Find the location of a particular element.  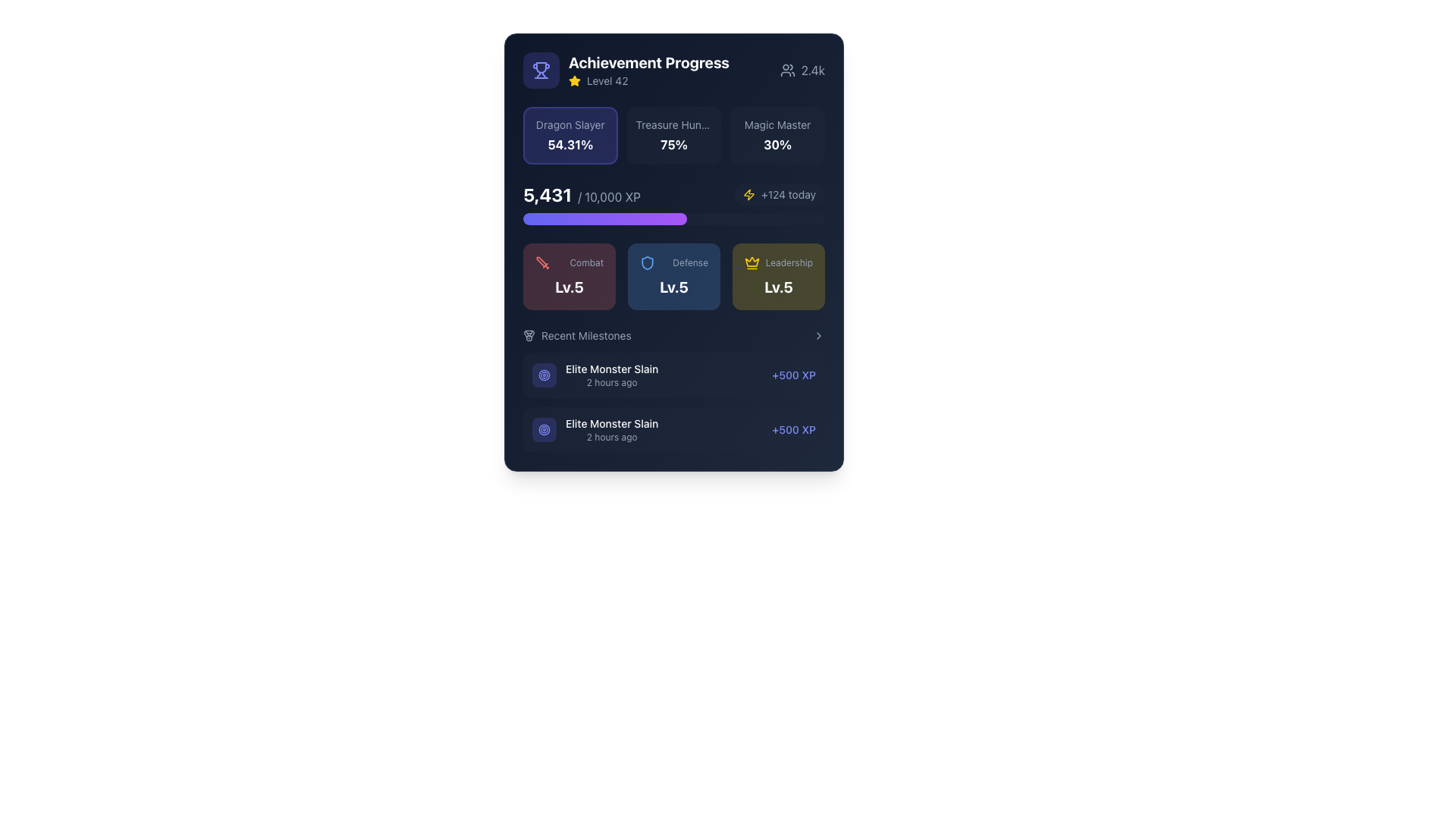

the text label displaying the timestamp for 'Elite Monster Slain' within the 'Recent Milestones' section is located at coordinates (612, 382).